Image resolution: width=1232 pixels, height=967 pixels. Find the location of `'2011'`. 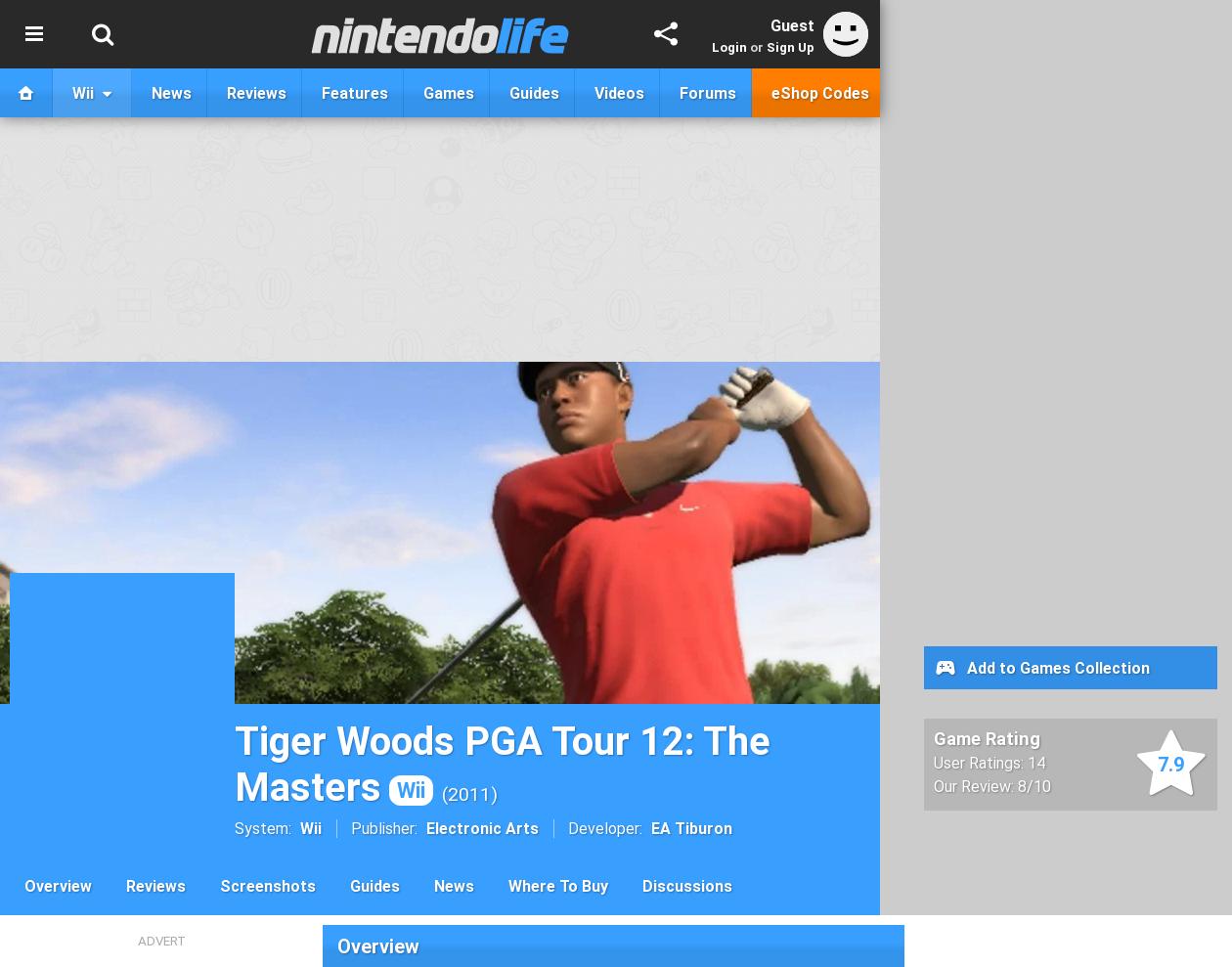

'2011' is located at coordinates (448, 793).